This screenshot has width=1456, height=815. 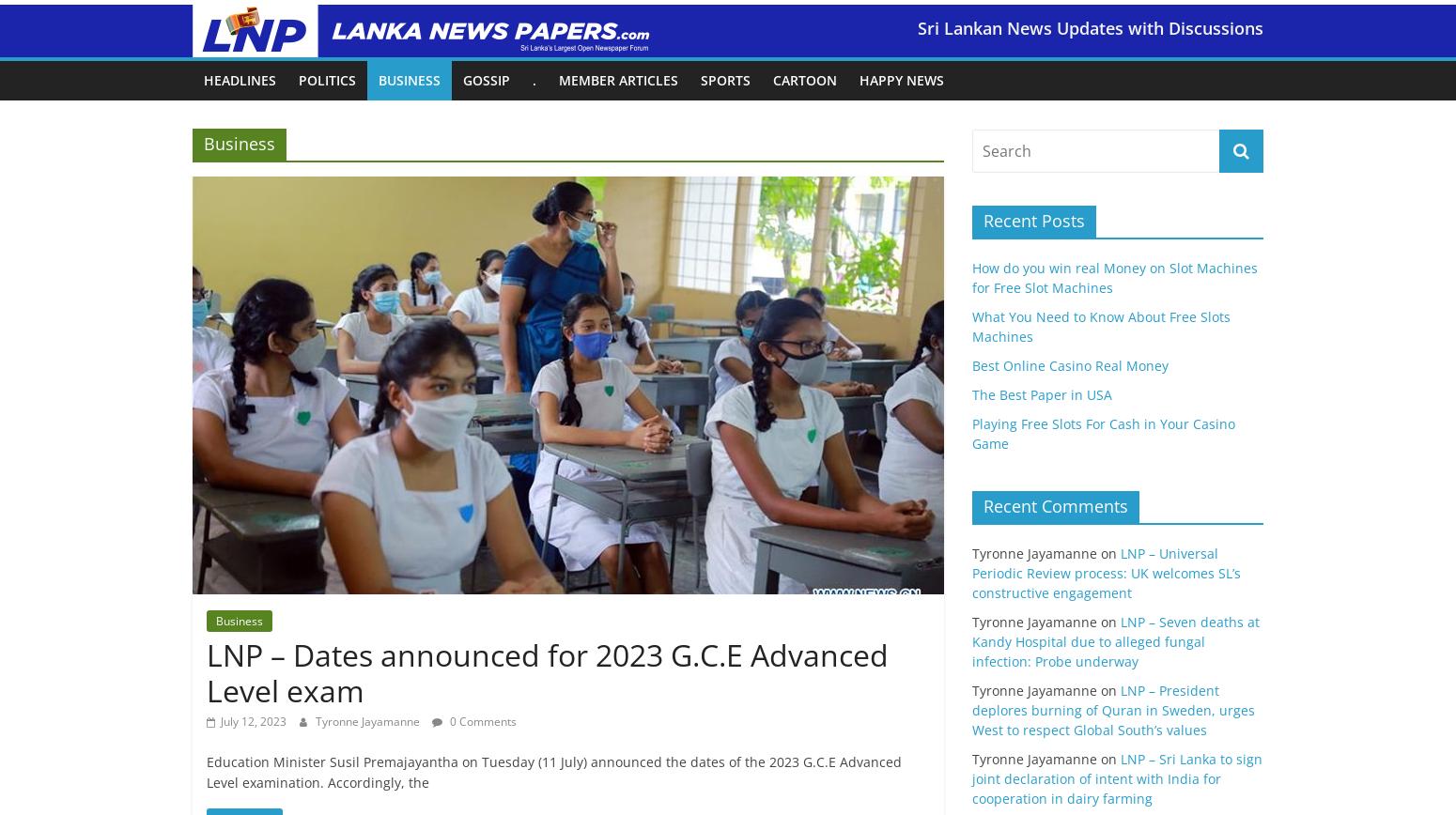 What do you see at coordinates (1117, 777) in the screenshot?
I see `'LNP – Sri Lanka to sign joint declaration of intent with India for cooperation in dairy farming'` at bounding box center [1117, 777].